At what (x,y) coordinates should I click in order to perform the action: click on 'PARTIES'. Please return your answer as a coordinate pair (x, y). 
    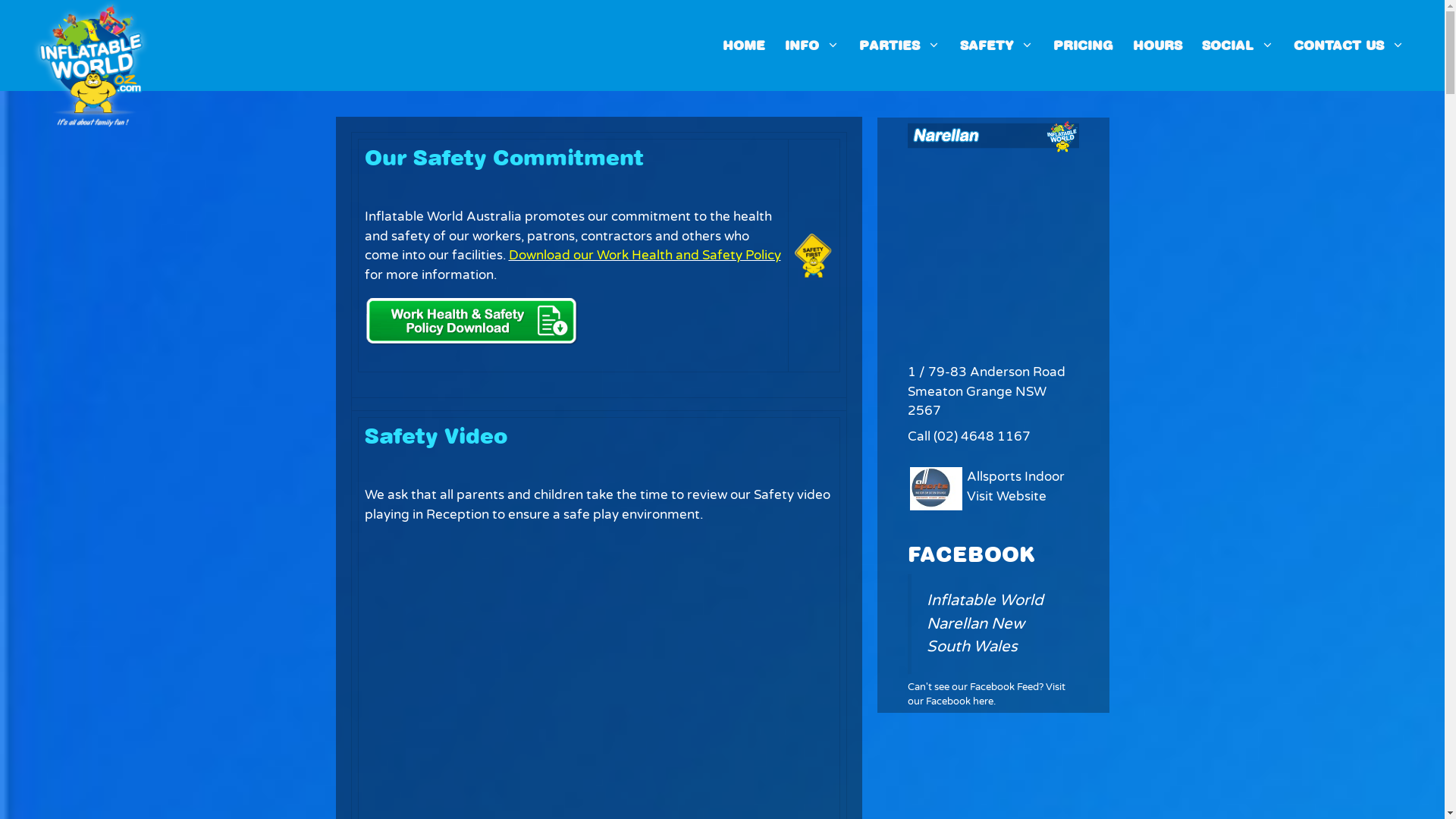
    Looking at the image, I should click on (899, 45).